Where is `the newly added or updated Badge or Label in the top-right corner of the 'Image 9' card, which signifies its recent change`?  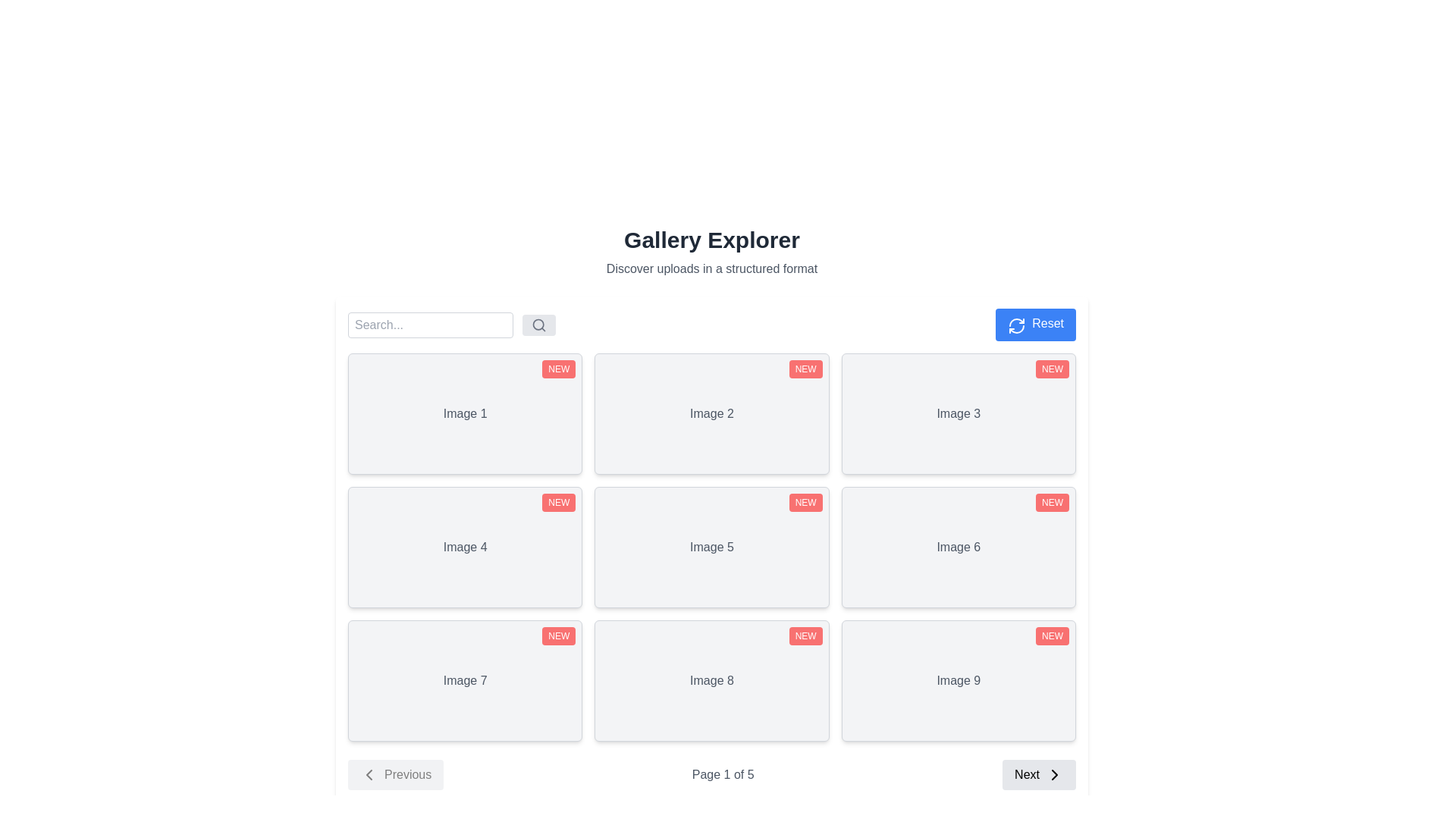
the newly added or updated Badge or Label in the top-right corner of the 'Image 9' card, which signifies its recent change is located at coordinates (1051, 636).